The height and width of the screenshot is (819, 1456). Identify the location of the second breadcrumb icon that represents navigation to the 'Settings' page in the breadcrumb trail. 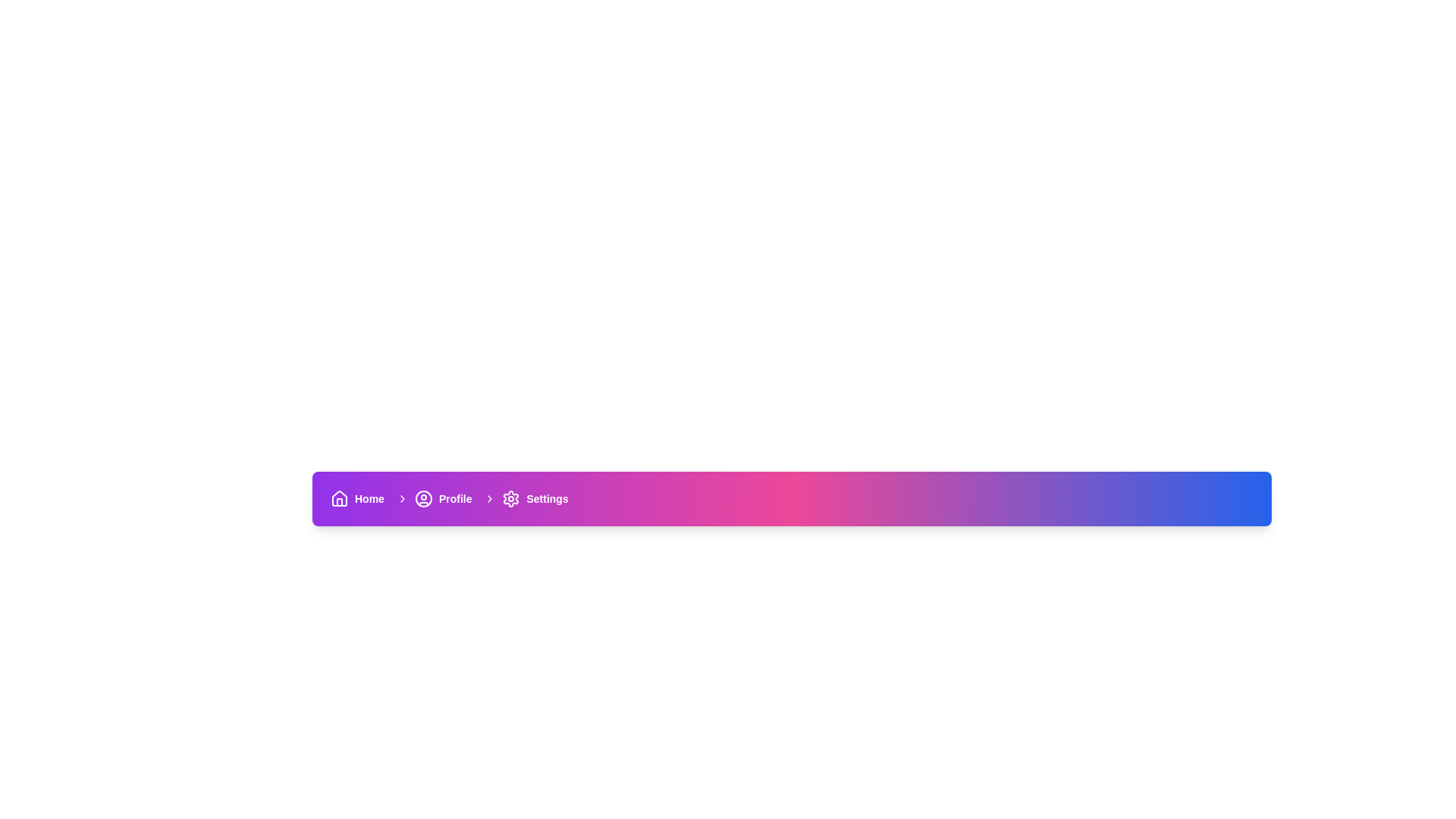
(490, 499).